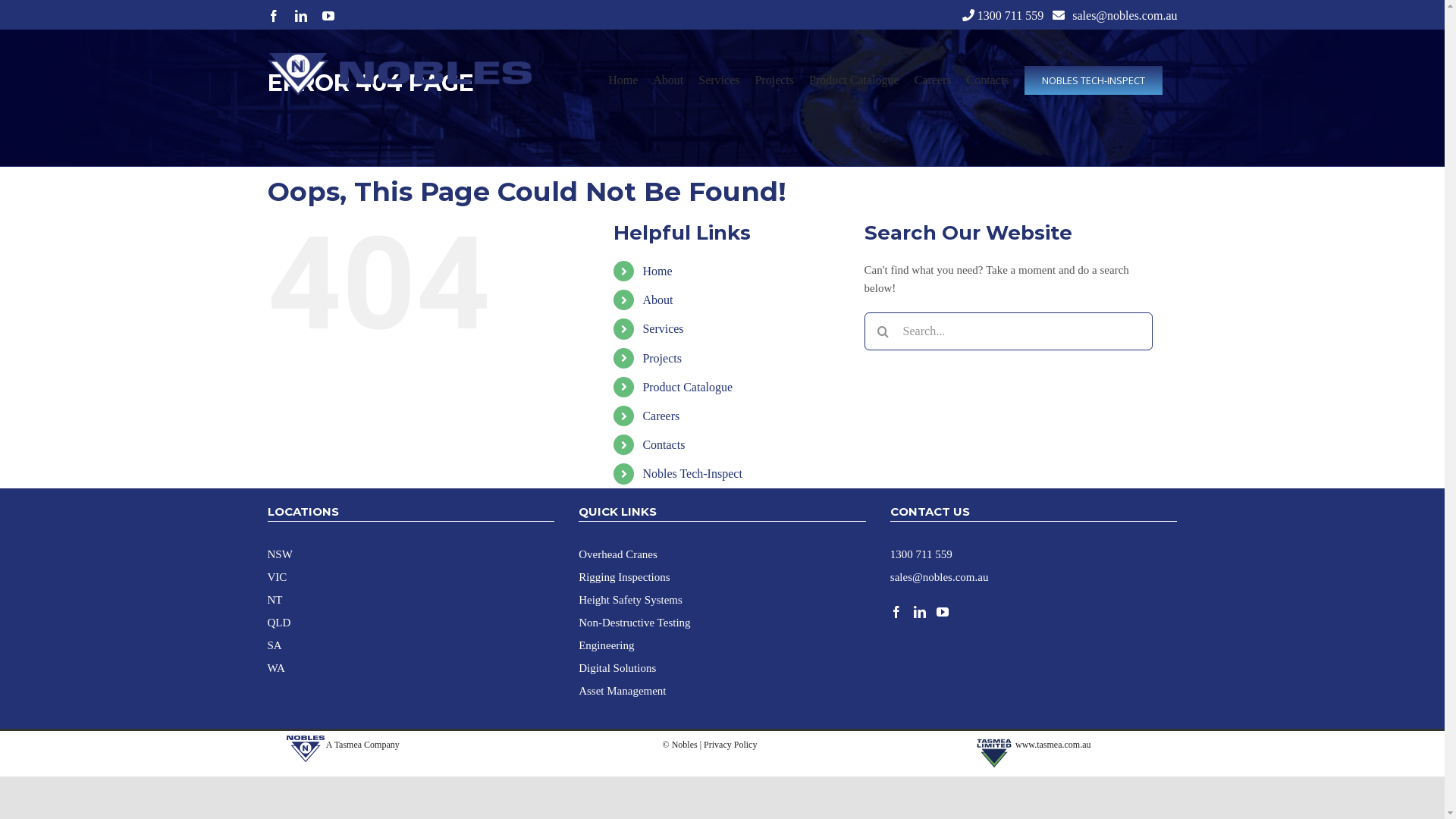  I want to click on 'Careers', so click(913, 80).